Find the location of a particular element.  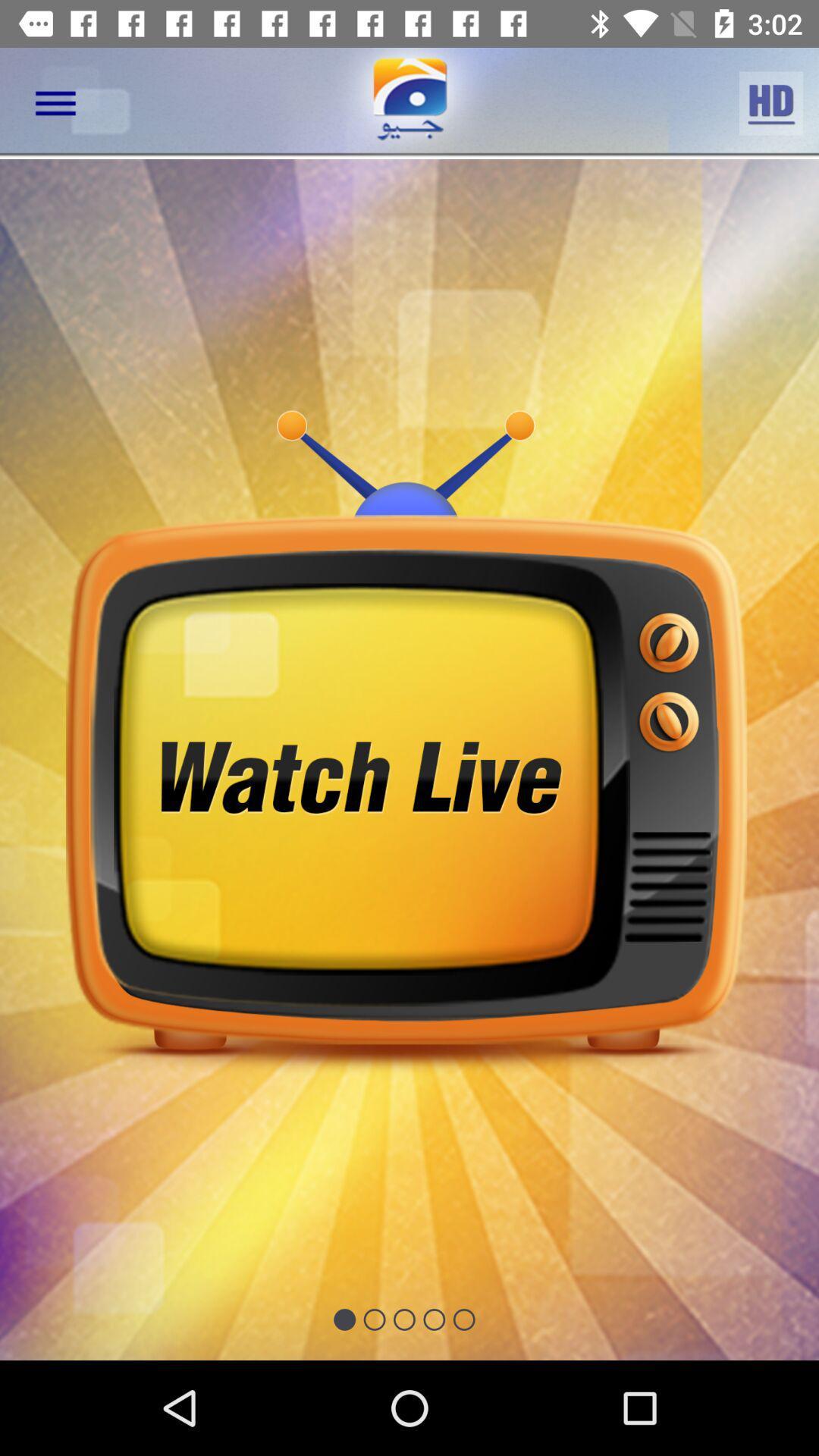

watch live video is located at coordinates (409, 760).